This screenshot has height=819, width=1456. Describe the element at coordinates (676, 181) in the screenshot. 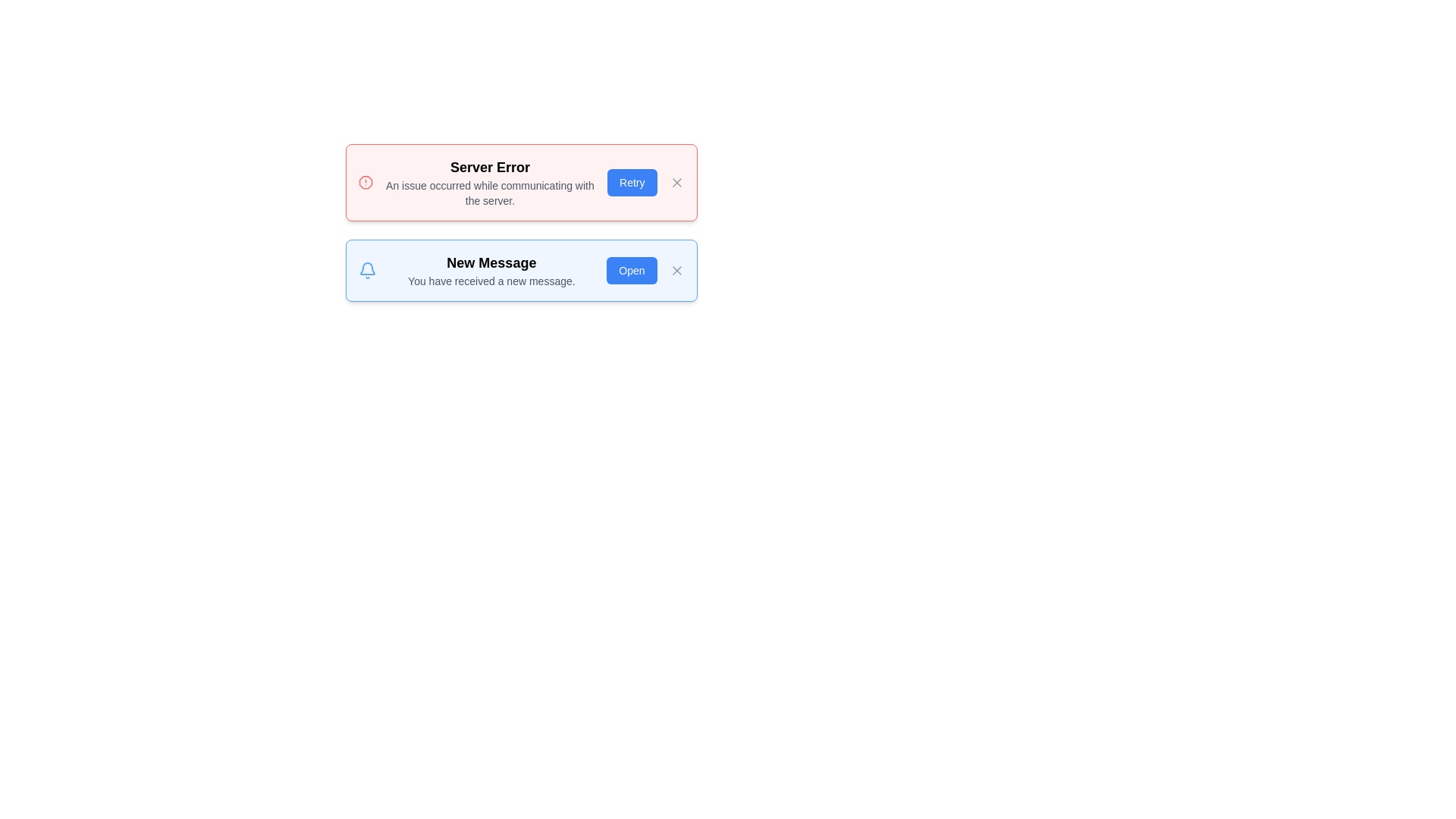

I see `the close button located at the top-right corner of the 'Server Error' alert box` at that location.